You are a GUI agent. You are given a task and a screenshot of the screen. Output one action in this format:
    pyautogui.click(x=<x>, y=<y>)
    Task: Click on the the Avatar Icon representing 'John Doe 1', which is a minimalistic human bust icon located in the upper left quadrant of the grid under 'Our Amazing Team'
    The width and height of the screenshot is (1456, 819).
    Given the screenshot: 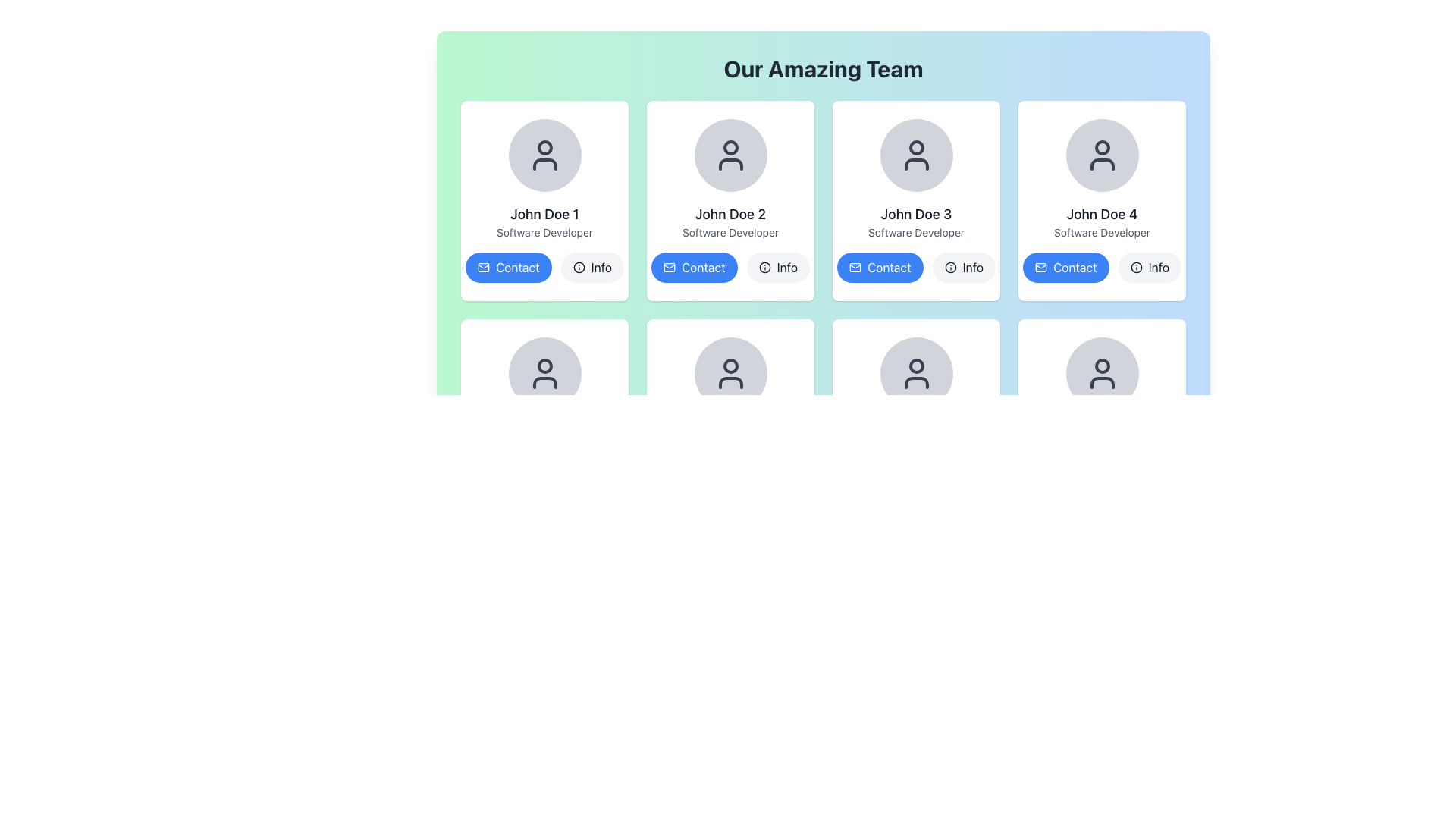 What is the action you would take?
    pyautogui.click(x=544, y=155)
    